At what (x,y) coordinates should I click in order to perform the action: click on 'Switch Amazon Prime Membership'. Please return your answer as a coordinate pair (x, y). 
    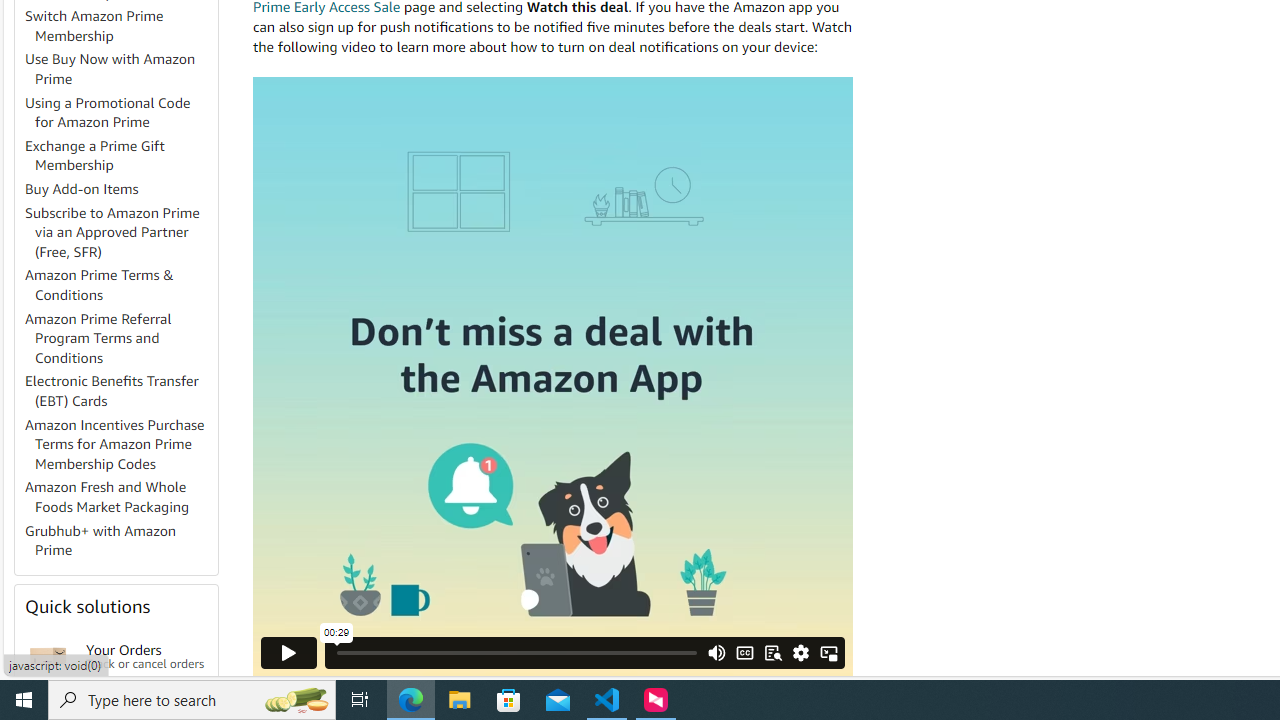
    Looking at the image, I should click on (93, 25).